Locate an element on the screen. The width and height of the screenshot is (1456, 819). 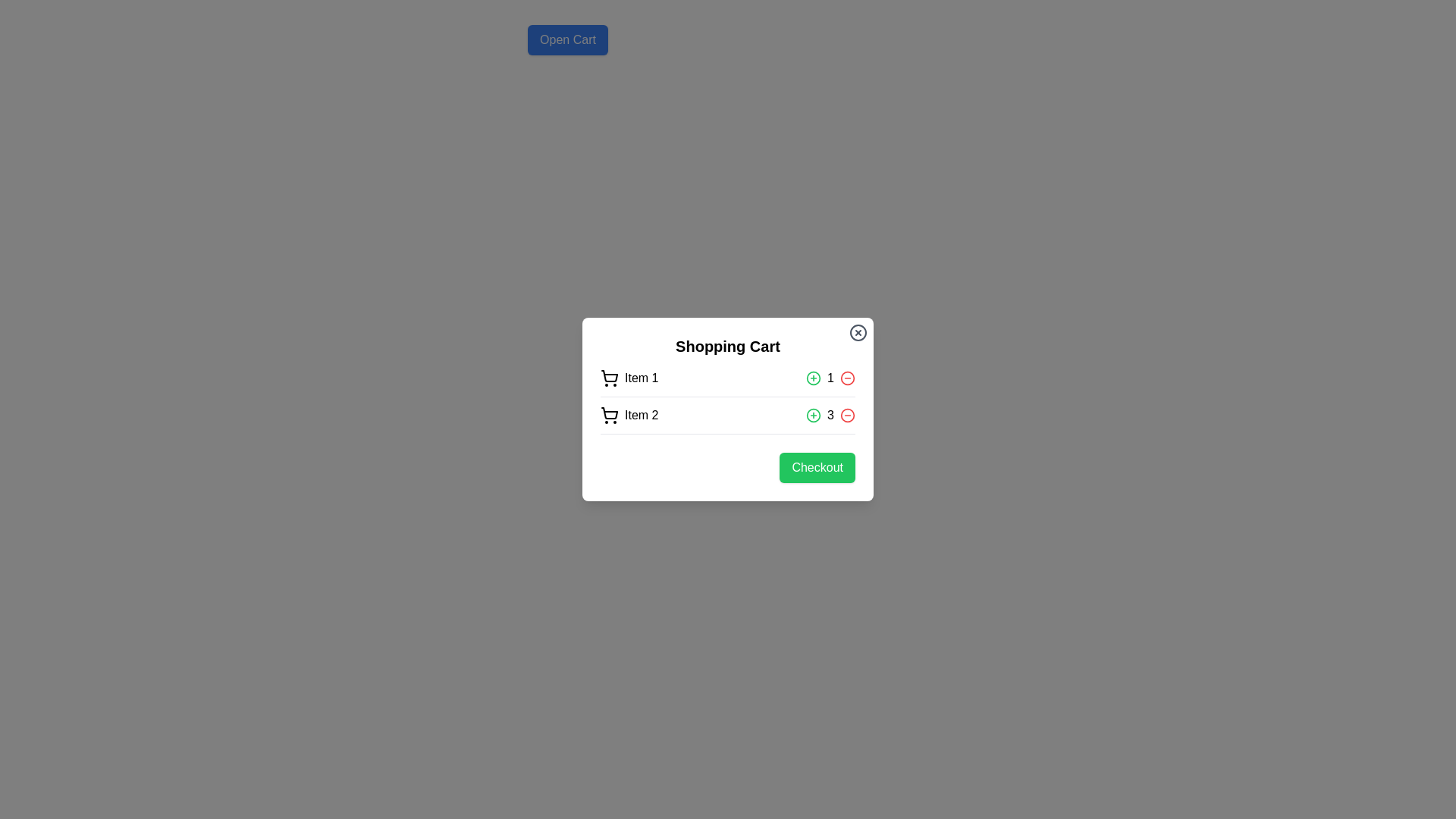
the small black shopping cart icon located to the left of the 'Item 1' text in the shopping cart interface is located at coordinates (610, 377).